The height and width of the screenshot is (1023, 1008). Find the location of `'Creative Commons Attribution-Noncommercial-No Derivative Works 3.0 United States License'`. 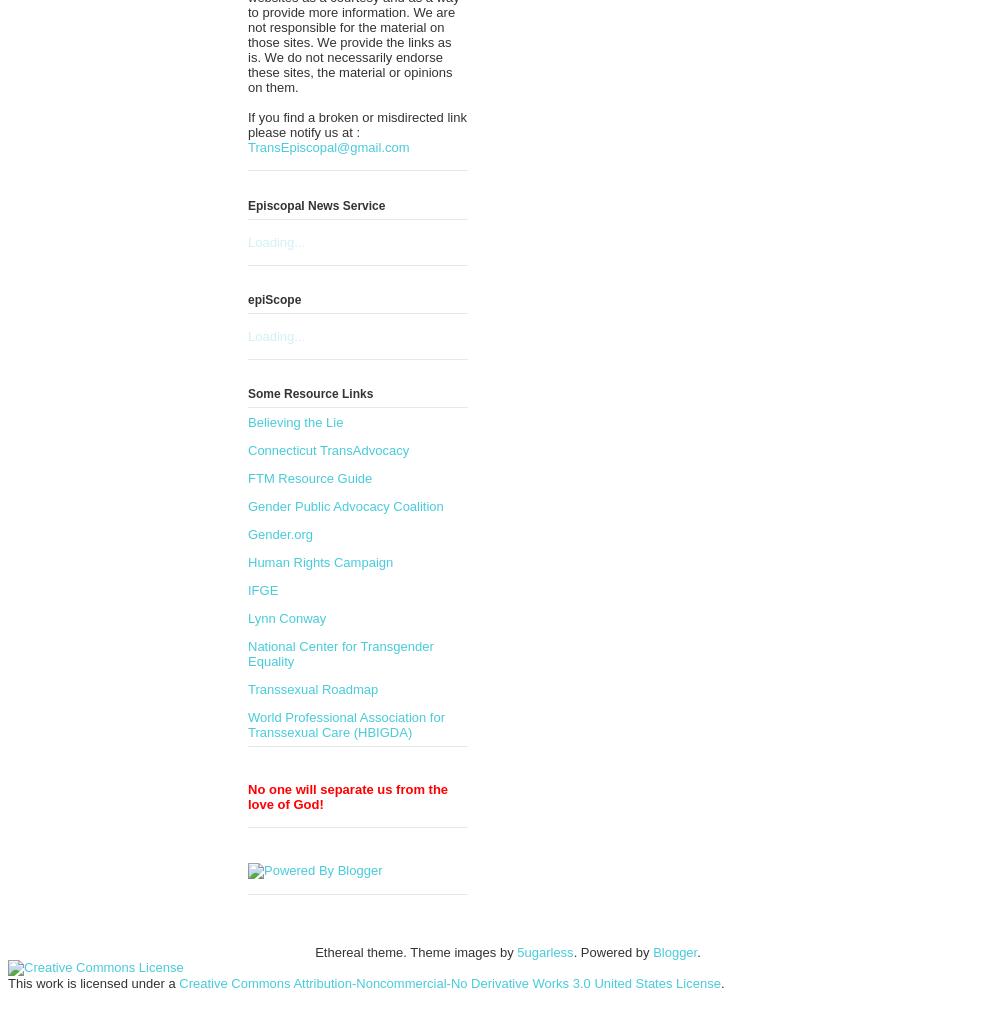

'Creative Commons Attribution-Noncommercial-No Derivative Works 3.0 United States License' is located at coordinates (449, 983).